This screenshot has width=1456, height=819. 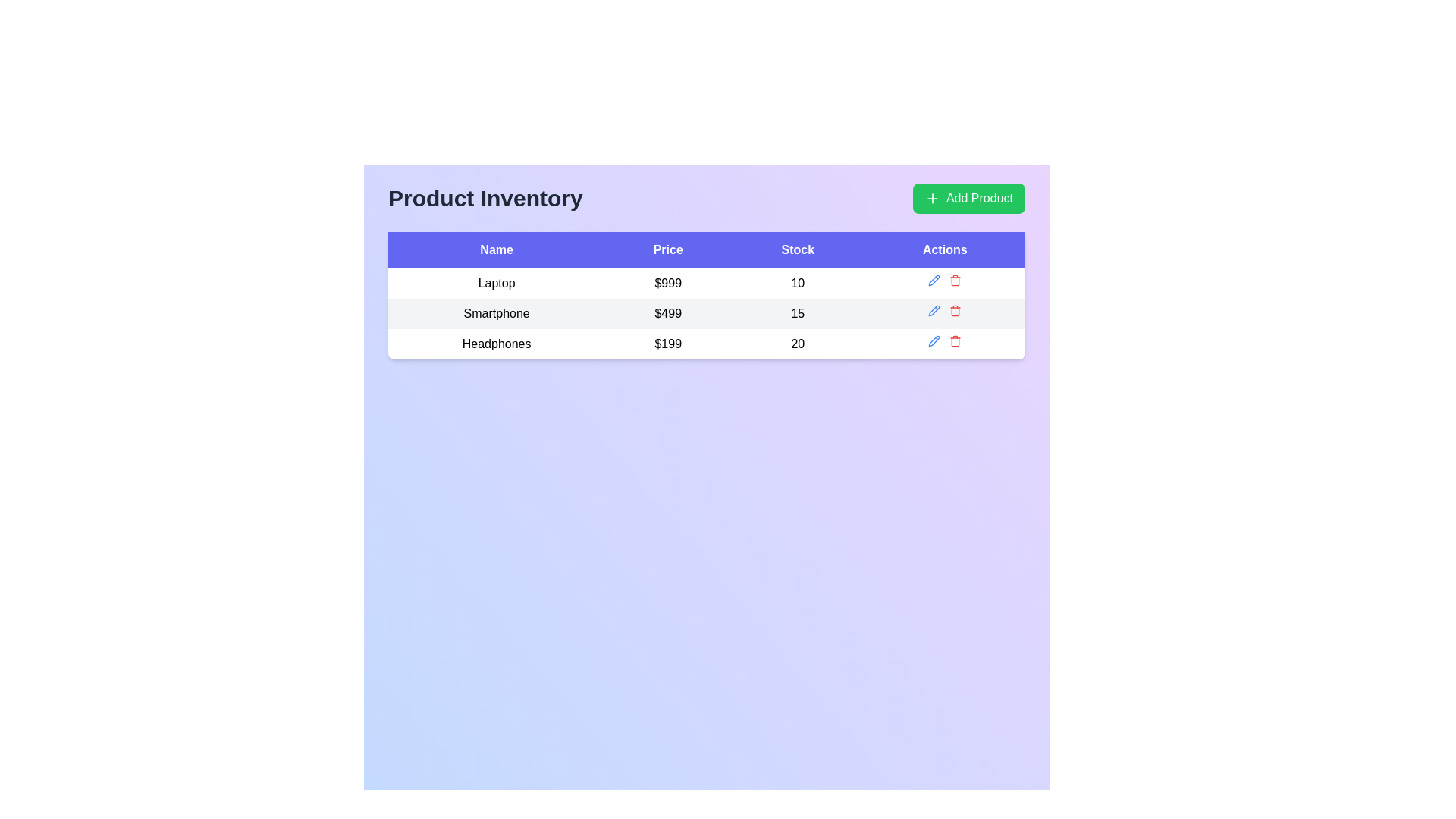 I want to click on the white plus icon located inside the green 'Add Product' button at the top-right corner of the content section, which is positioned to the left of the button's text label, so click(x=931, y=198).